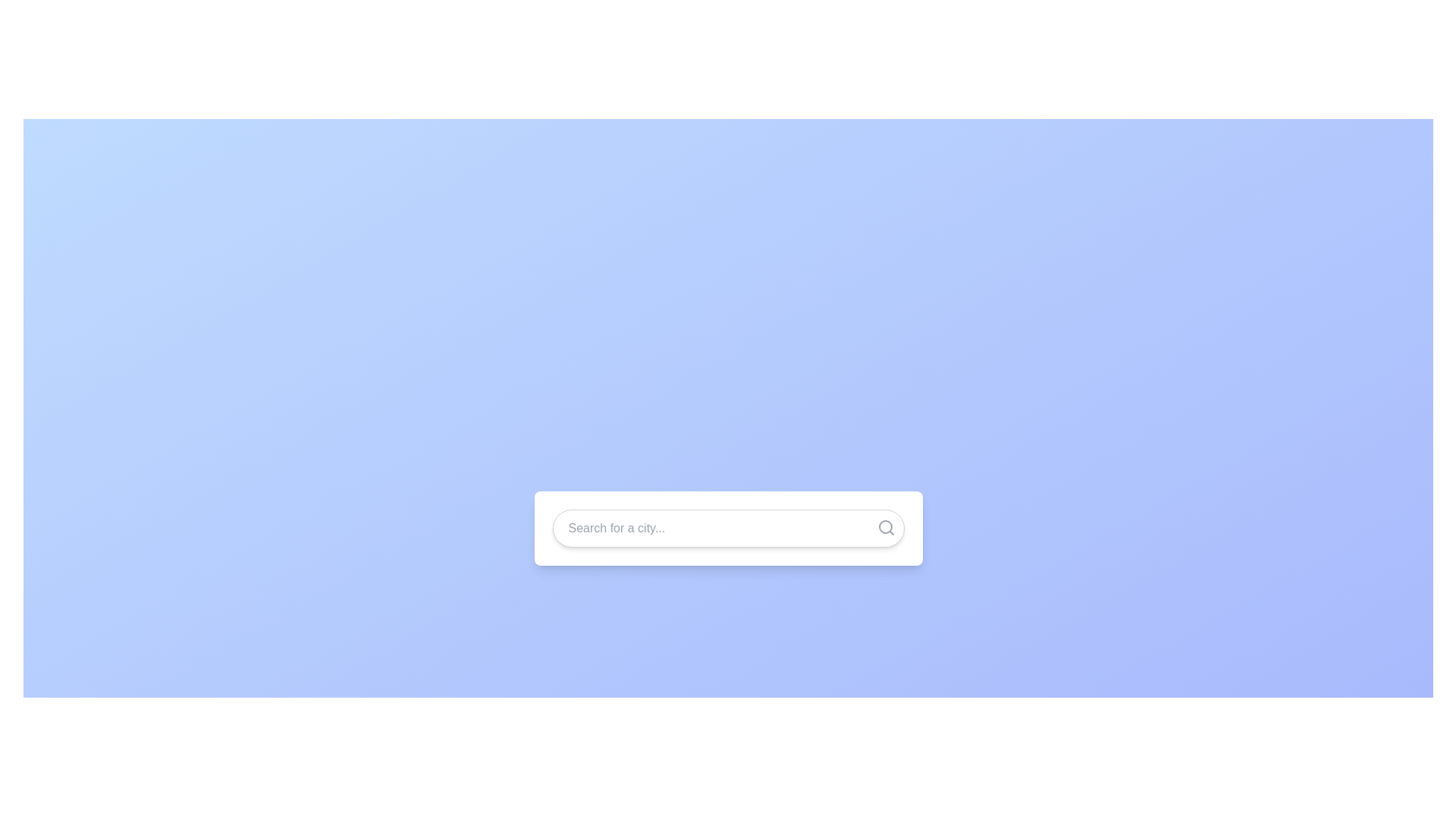 The image size is (1456, 819). Describe the element at coordinates (885, 526) in the screenshot. I see `the SVG circle element that symbolizes the magnifying glass, which is part of the visual indicator for the search function` at that location.